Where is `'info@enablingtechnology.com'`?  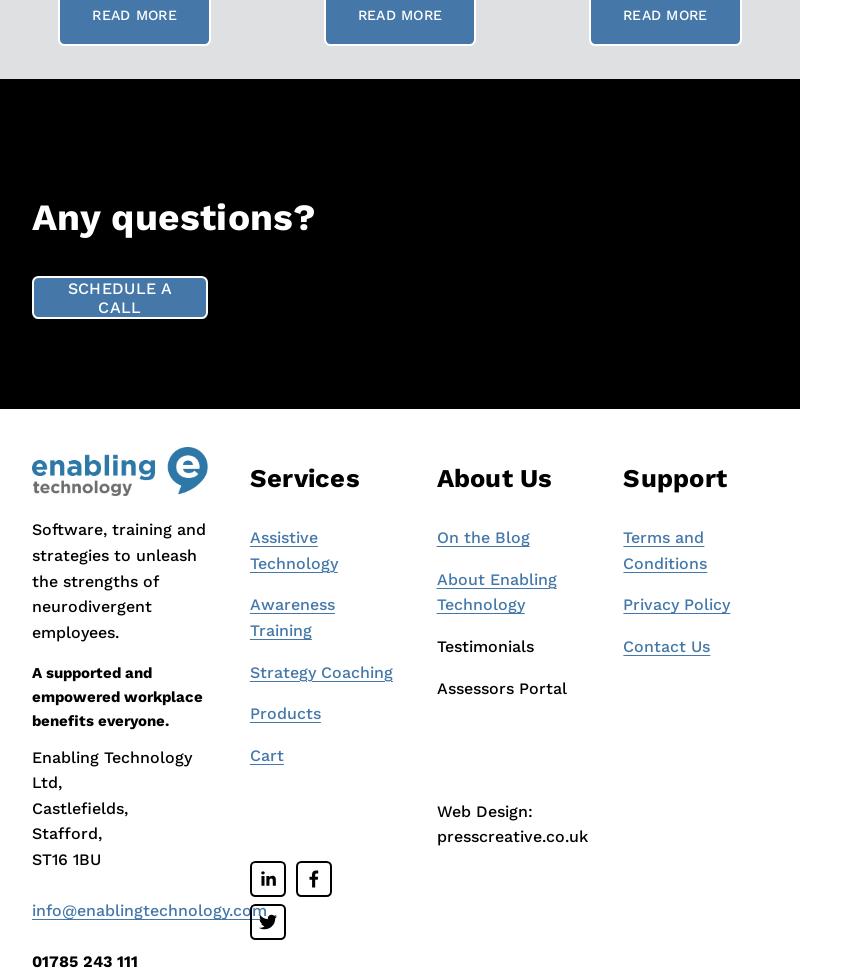
'info@enablingtechnology.com' is located at coordinates (148, 909).